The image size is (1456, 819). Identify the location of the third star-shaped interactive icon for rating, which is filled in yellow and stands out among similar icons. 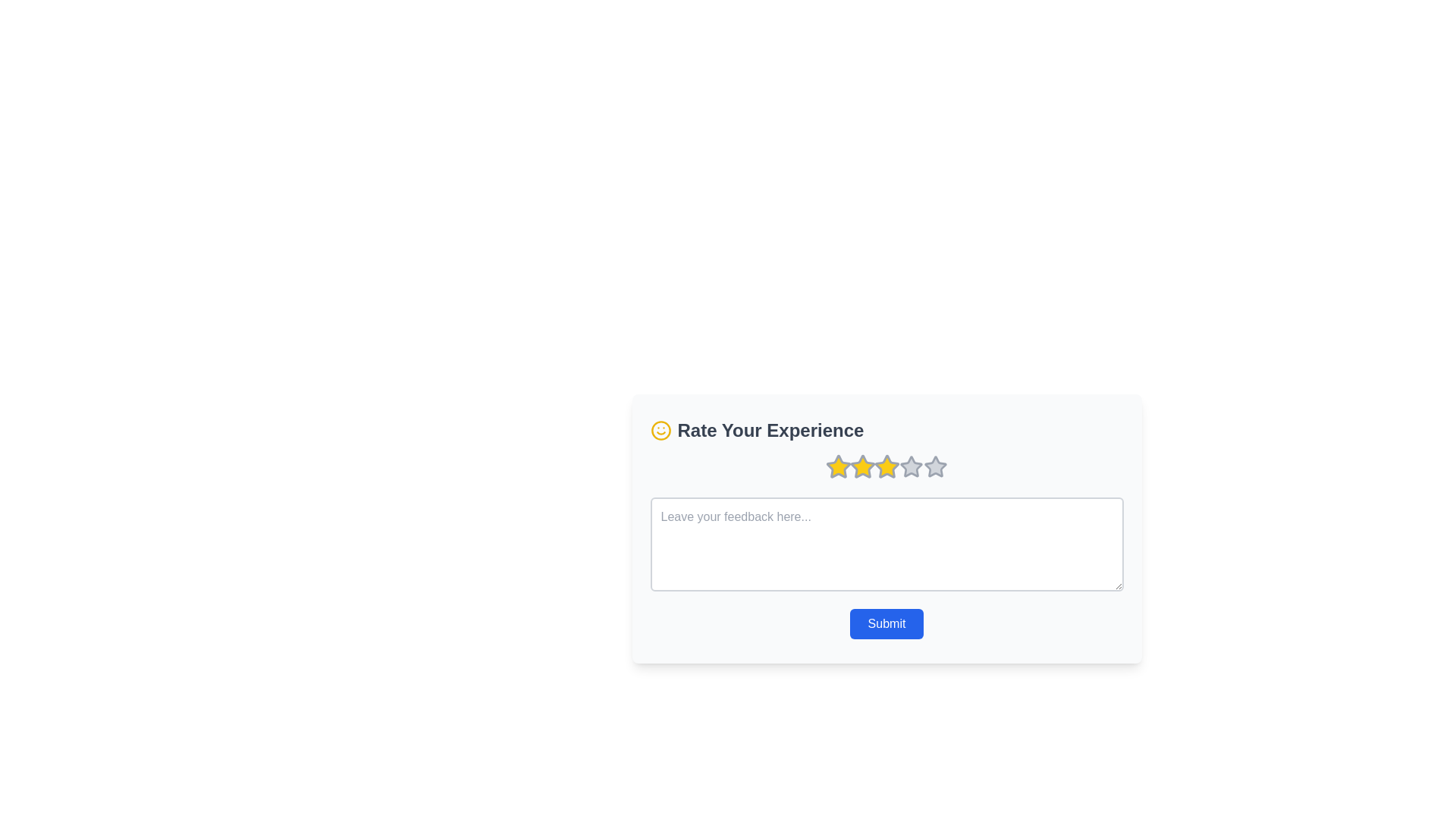
(886, 466).